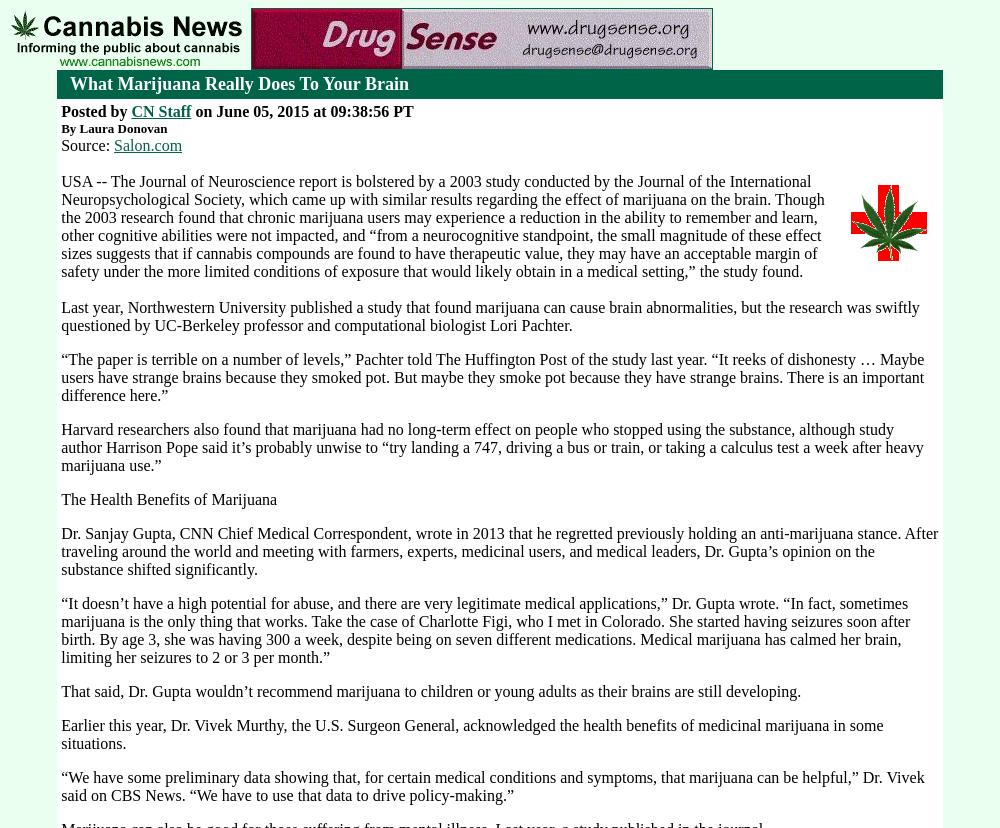  Describe the element at coordinates (491, 786) in the screenshot. I see `'“We have some preliminary data showing that, for certain medical conditions and symptoms, that marijuana can be helpful,” Dr. Vivek said on CBS News. “We have to use that data to drive policy-making.”'` at that location.